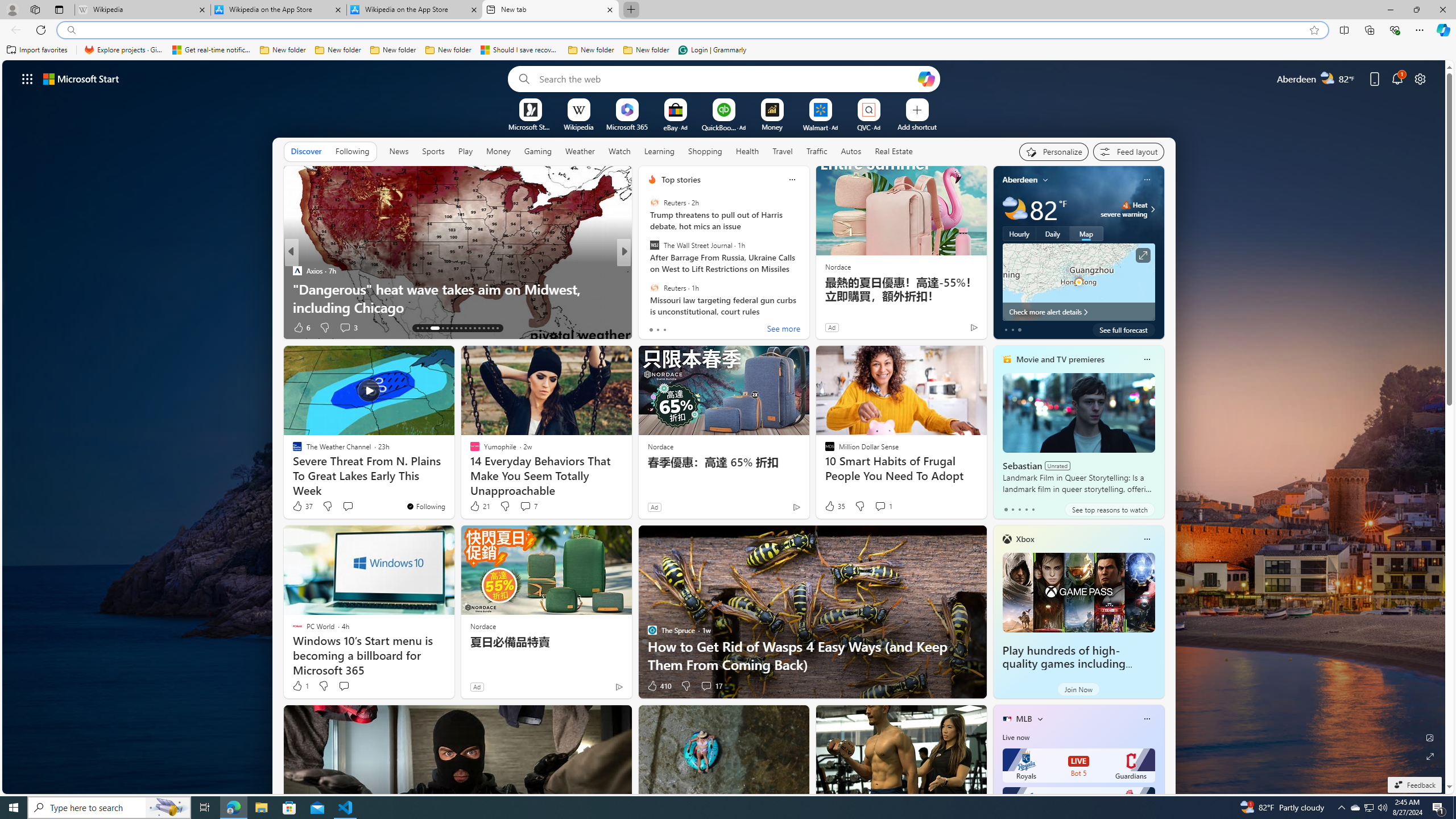  I want to click on 'View comments 17 Comment', so click(705, 686).